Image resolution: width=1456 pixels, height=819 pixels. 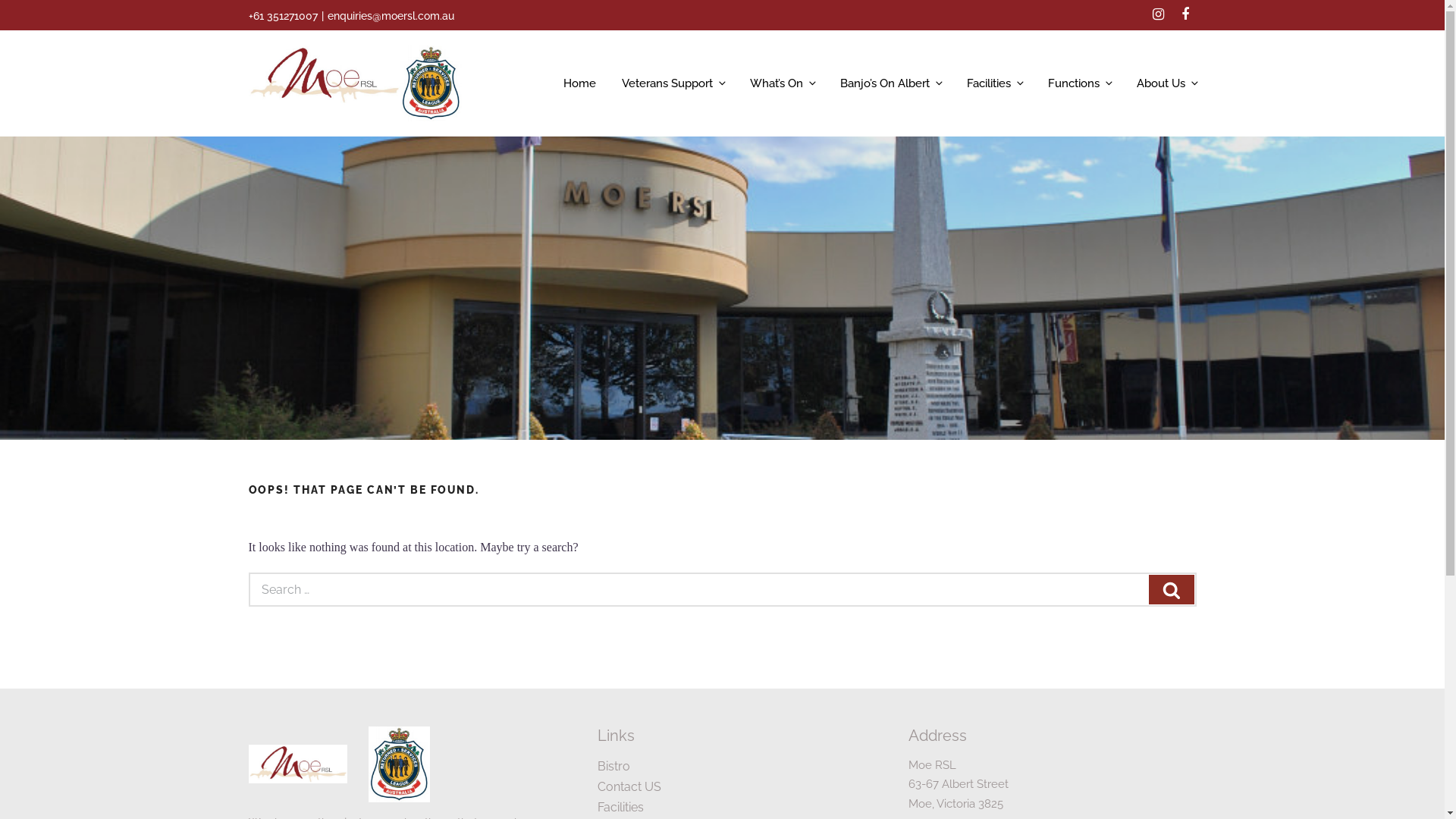 I want to click on 'Home', so click(x=579, y=83).